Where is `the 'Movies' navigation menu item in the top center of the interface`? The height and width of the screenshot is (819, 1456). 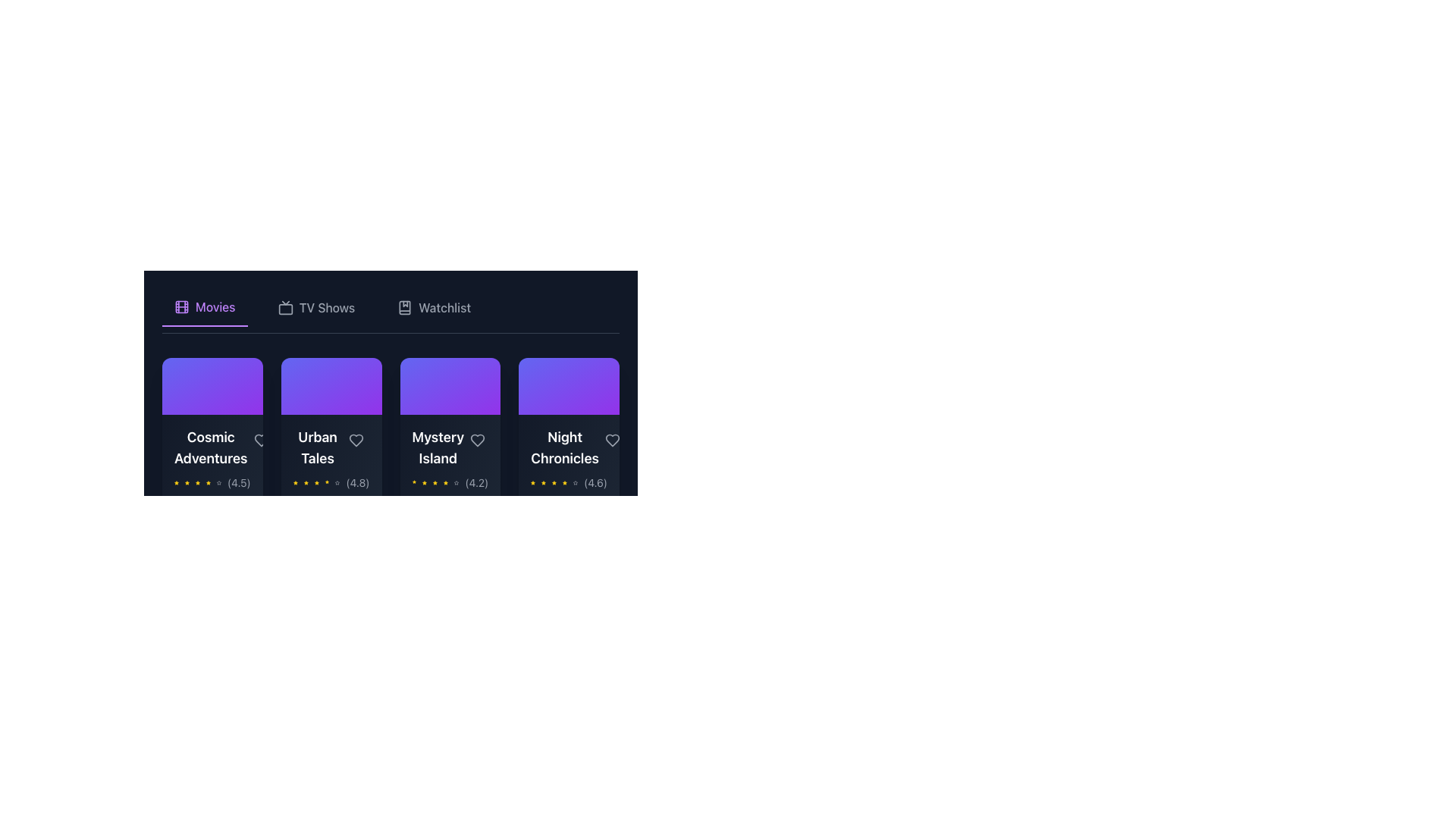
the 'Movies' navigation menu item in the top center of the interface is located at coordinates (204, 307).